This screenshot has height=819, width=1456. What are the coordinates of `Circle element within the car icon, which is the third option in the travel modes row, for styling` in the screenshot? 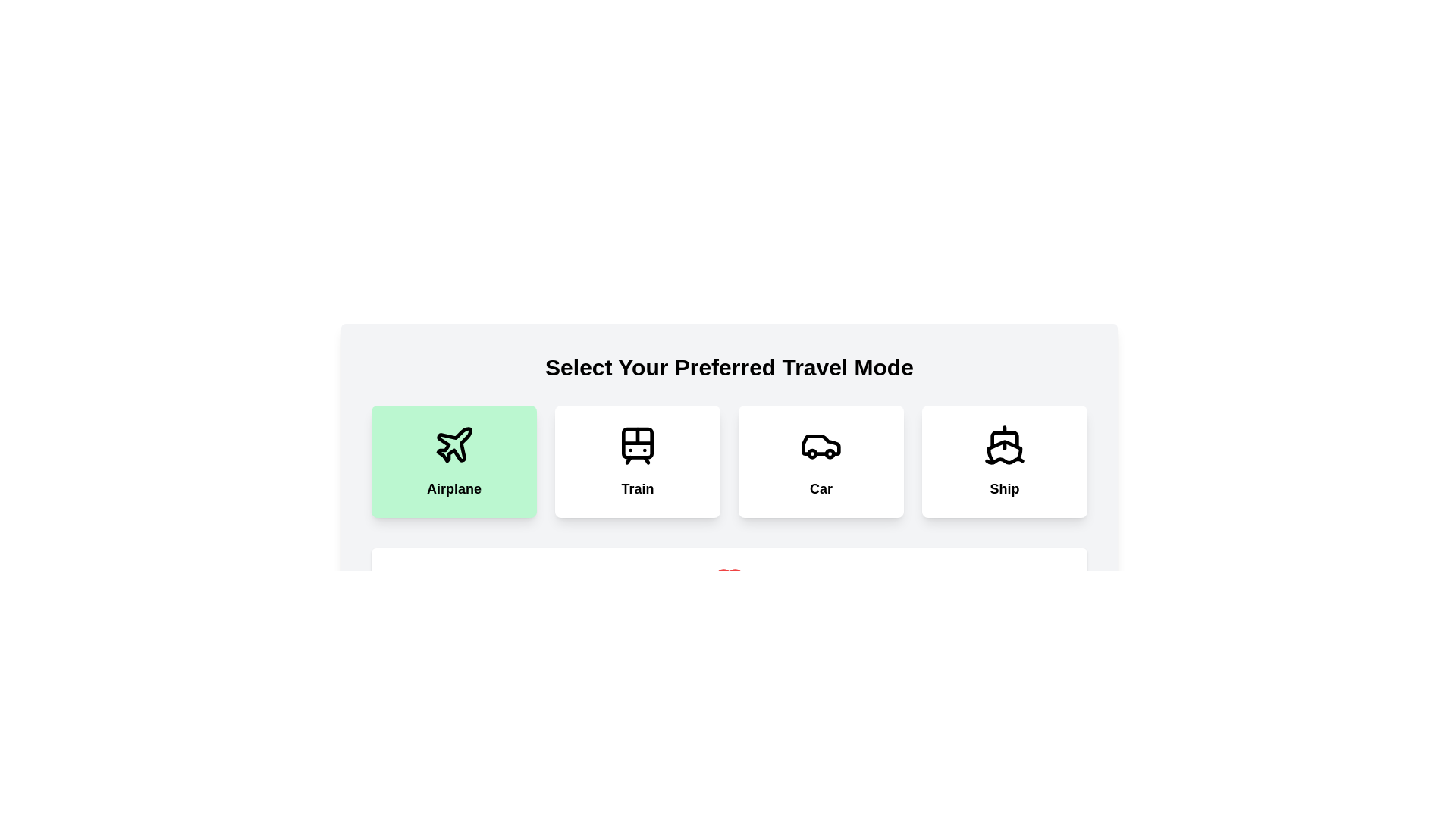 It's located at (811, 452).